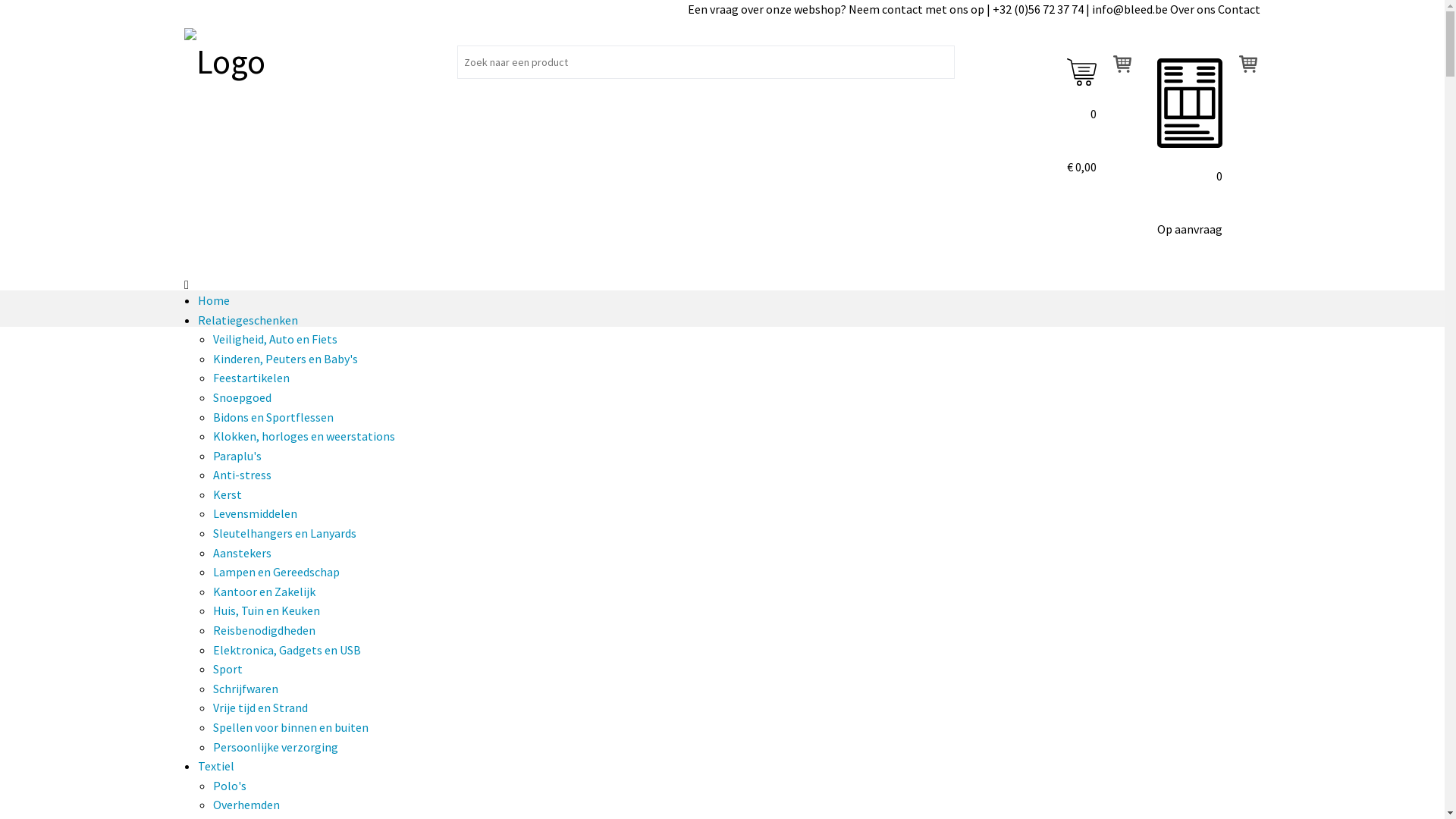  What do you see at coordinates (212, 435) in the screenshot?
I see `'Klokken, horloges en weerstations'` at bounding box center [212, 435].